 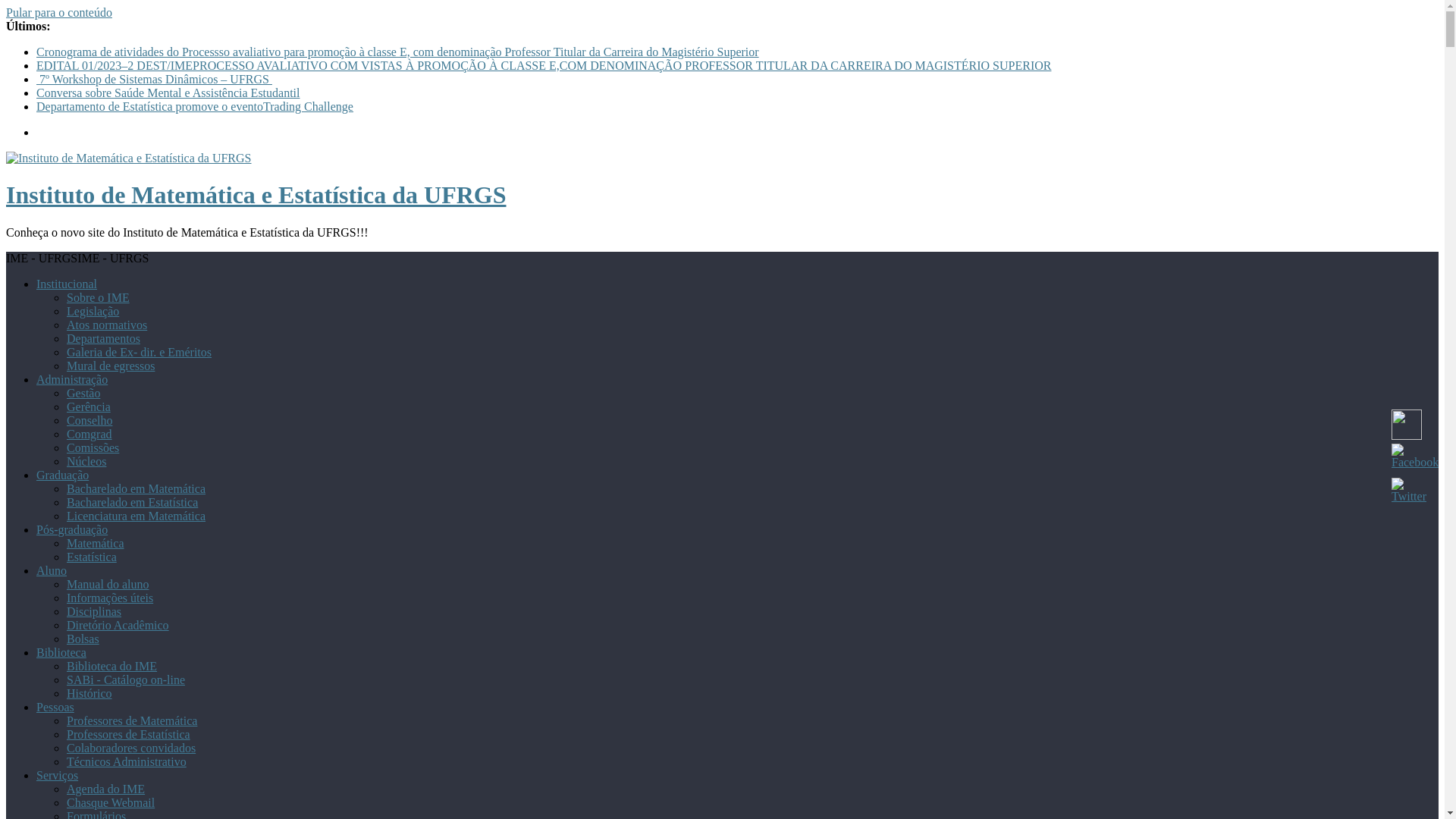 I want to click on 'Chasque Webmail', so click(x=65, y=802).